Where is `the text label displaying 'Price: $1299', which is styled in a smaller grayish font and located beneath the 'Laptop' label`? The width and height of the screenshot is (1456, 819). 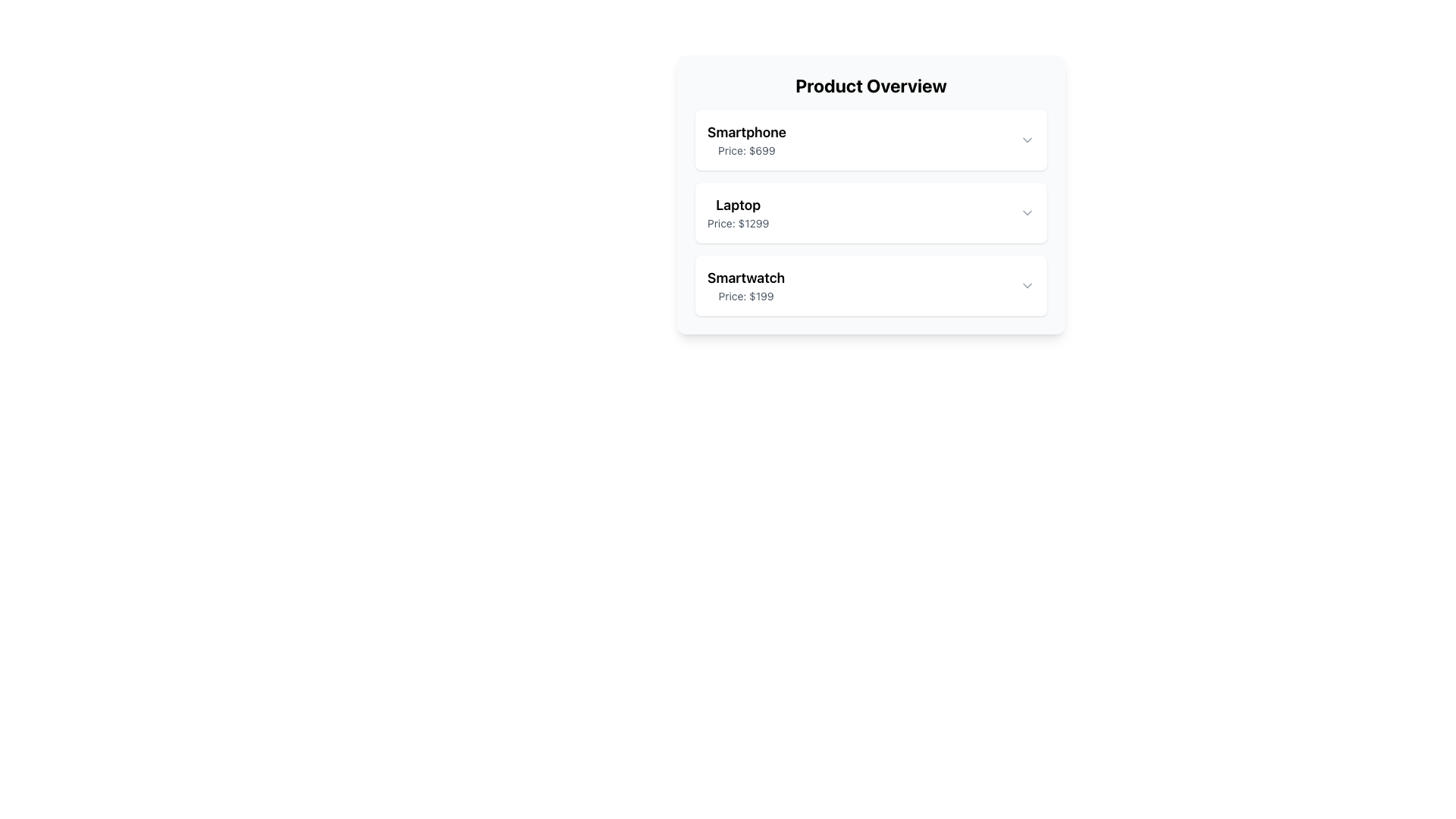
the text label displaying 'Price: $1299', which is styled in a smaller grayish font and located beneath the 'Laptop' label is located at coordinates (738, 223).